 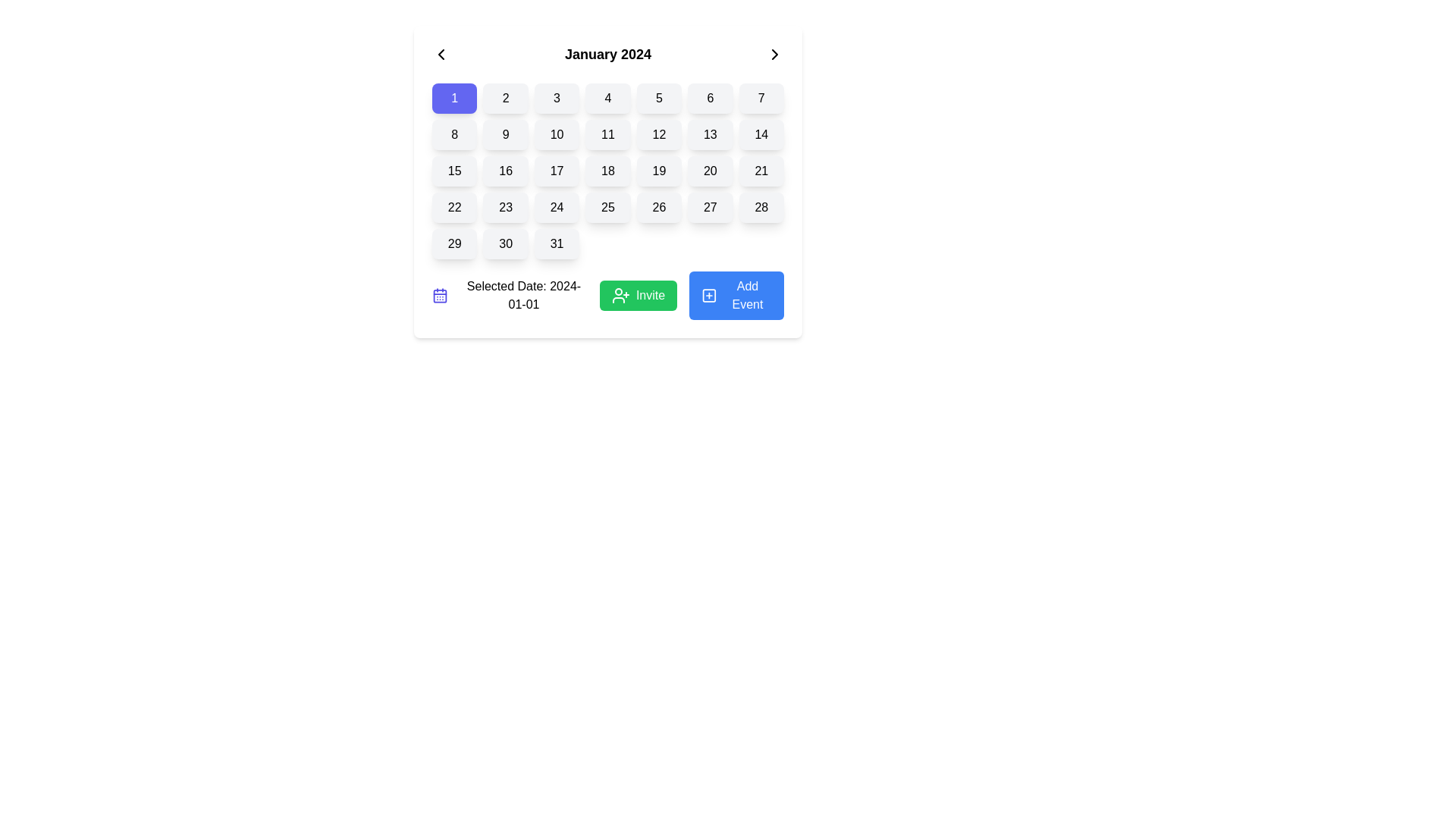 I want to click on the rounded square button labeled '28' in the fourth row, last column of the calendar, so click(x=761, y=207).